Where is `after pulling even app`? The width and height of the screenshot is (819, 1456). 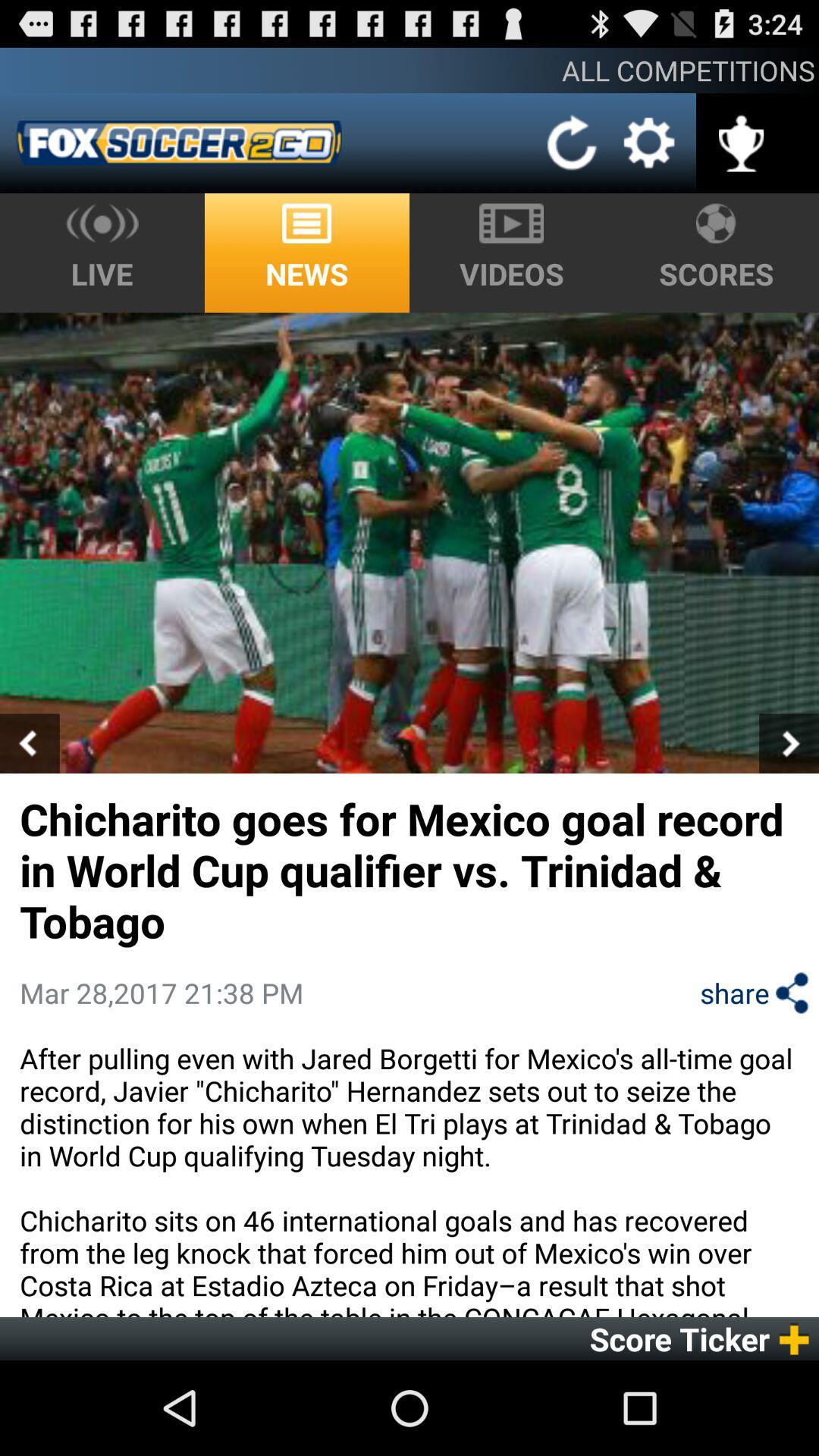 after pulling even app is located at coordinates (409, 1178).